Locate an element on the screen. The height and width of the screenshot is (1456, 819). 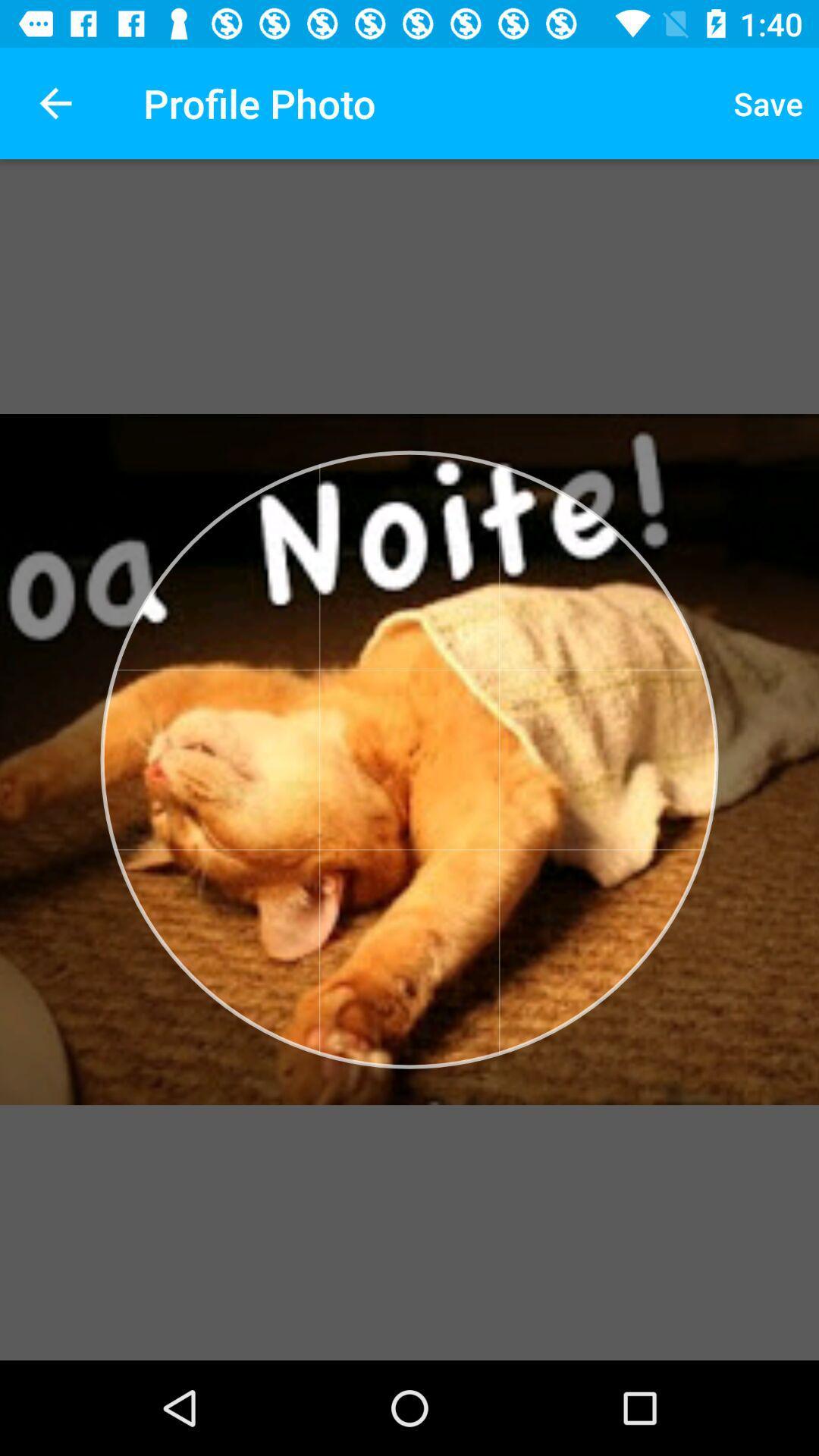
save icon is located at coordinates (768, 102).